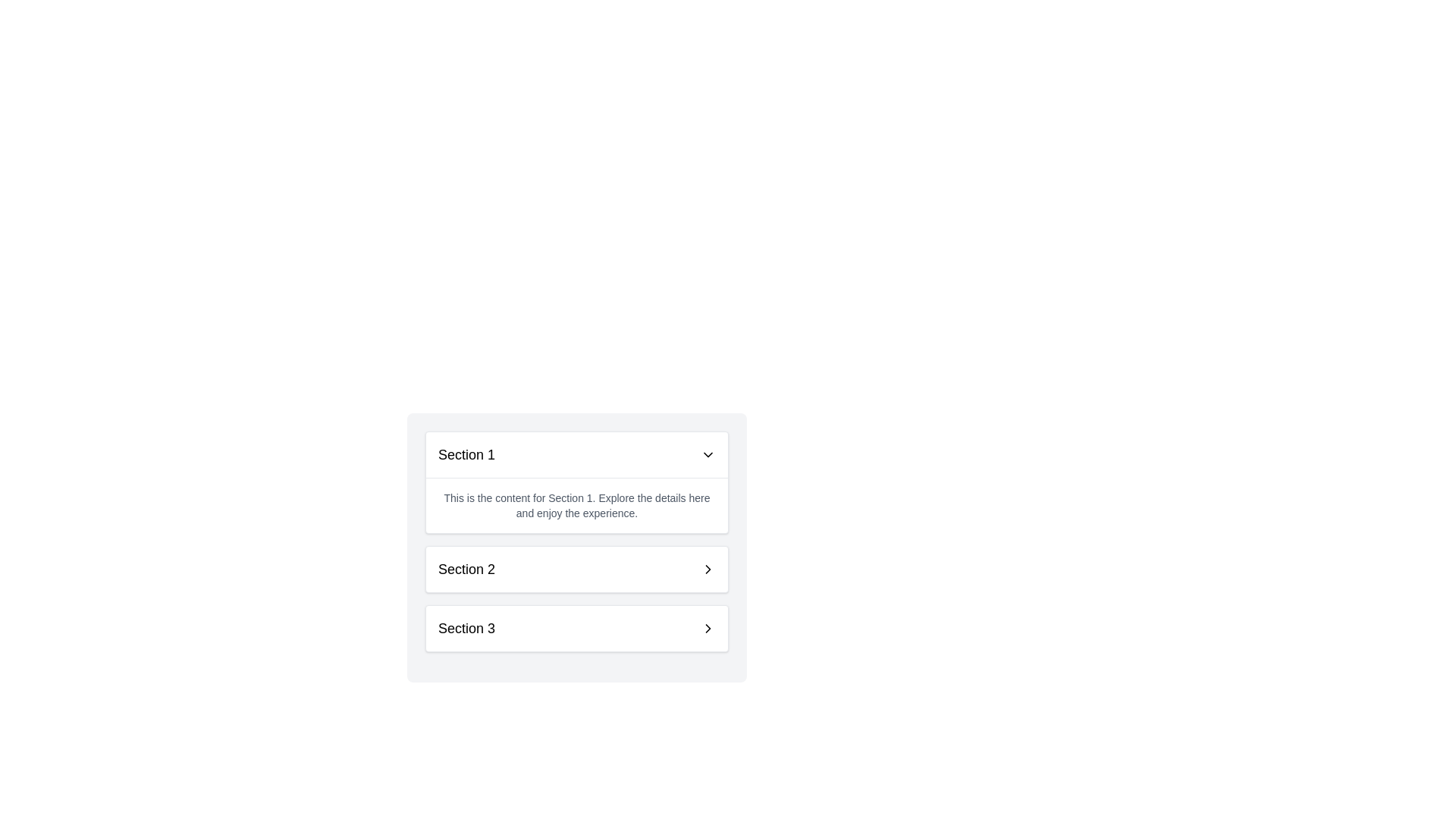 The width and height of the screenshot is (1456, 819). I want to click on the chevron icon located in the third section labeled 'Section 3', so click(708, 629).